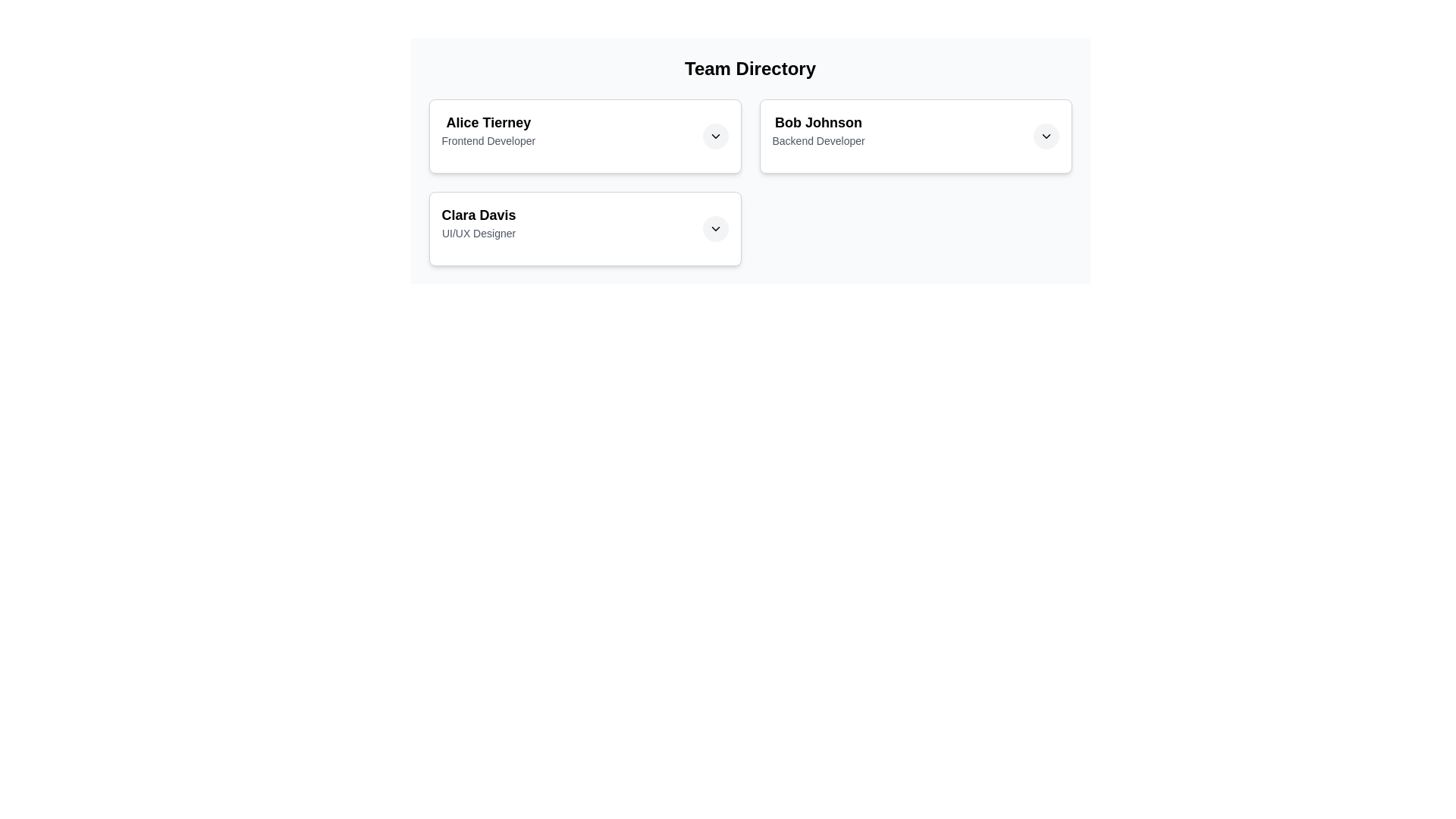 This screenshot has width=1456, height=819. What do you see at coordinates (478, 234) in the screenshot?
I see `the static text label 'UI/UX Designer' located below the bold text 'Clara Davis' in the bottom-left portion of the card` at bounding box center [478, 234].